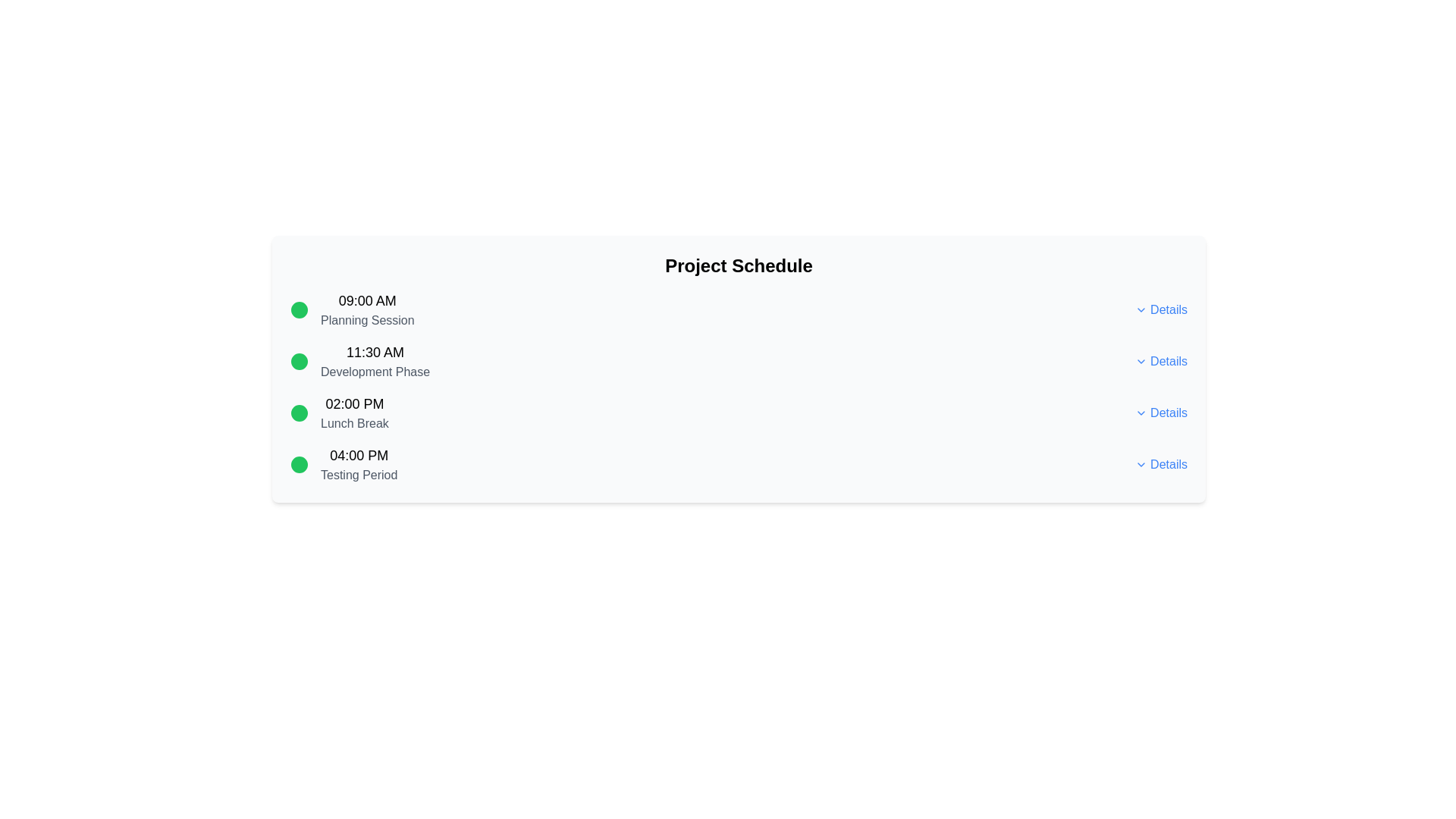 The image size is (1456, 819). I want to click on the Text Label that serves as the title for the schedule panel, located at the top of the panel and centered above the time-based sections, so click(739, 265).